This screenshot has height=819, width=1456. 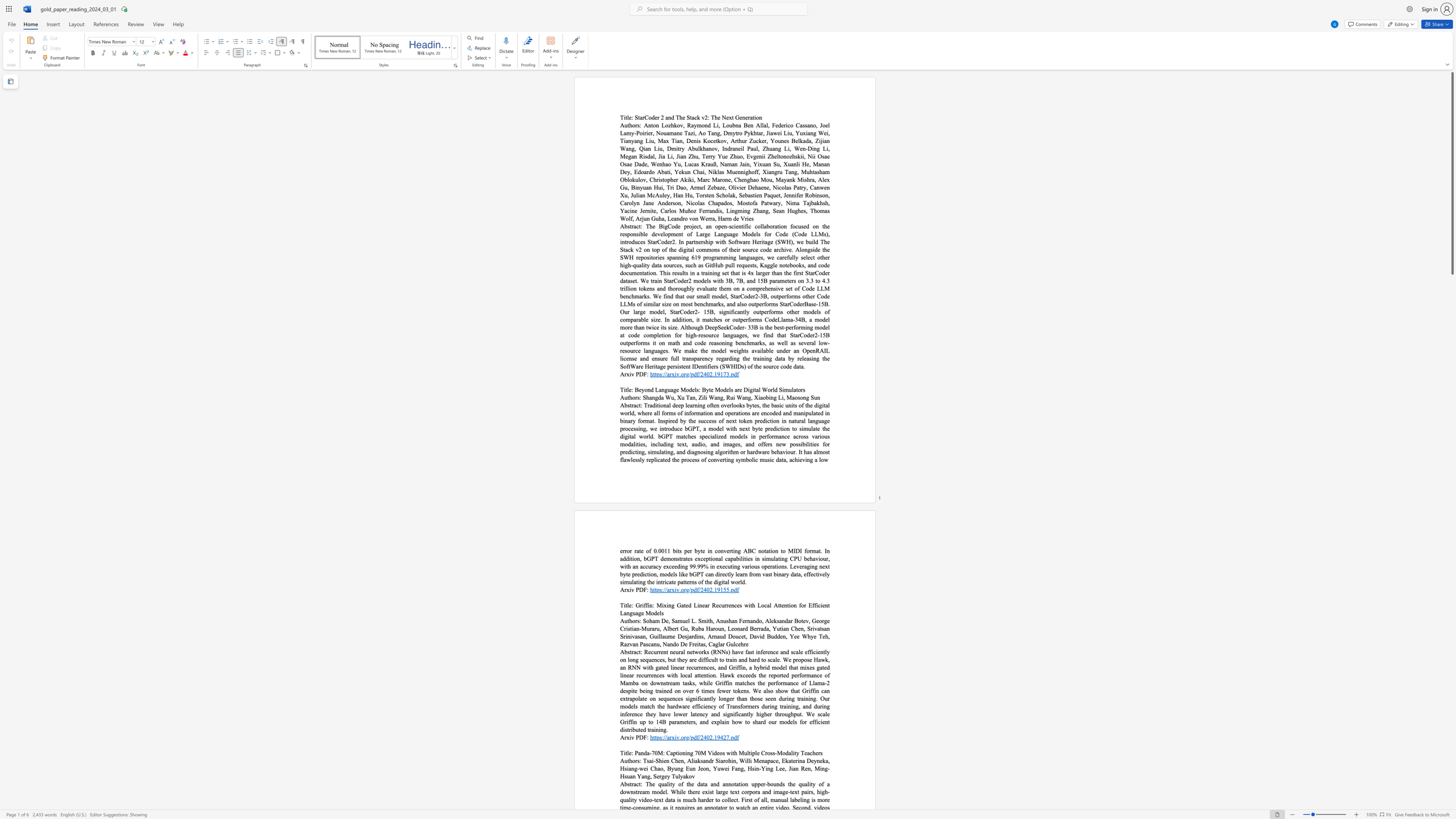 What do you see at coordinates (1451, 371) in the screenshot?
I see `the page's right scrollbar for downward movement` at bounding box center [1451, 371].